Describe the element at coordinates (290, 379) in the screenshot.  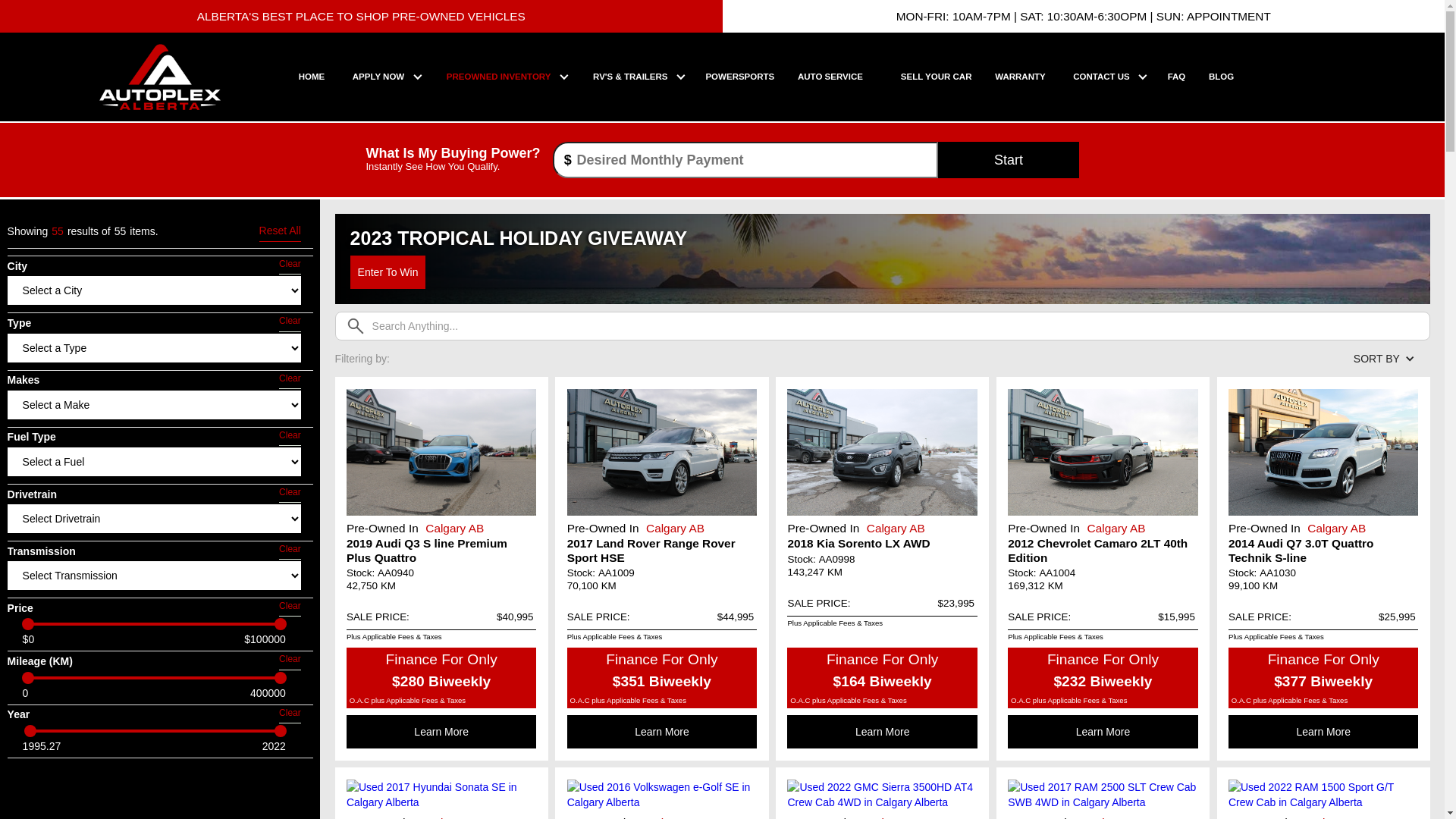
I see `'Clear'` at that location.